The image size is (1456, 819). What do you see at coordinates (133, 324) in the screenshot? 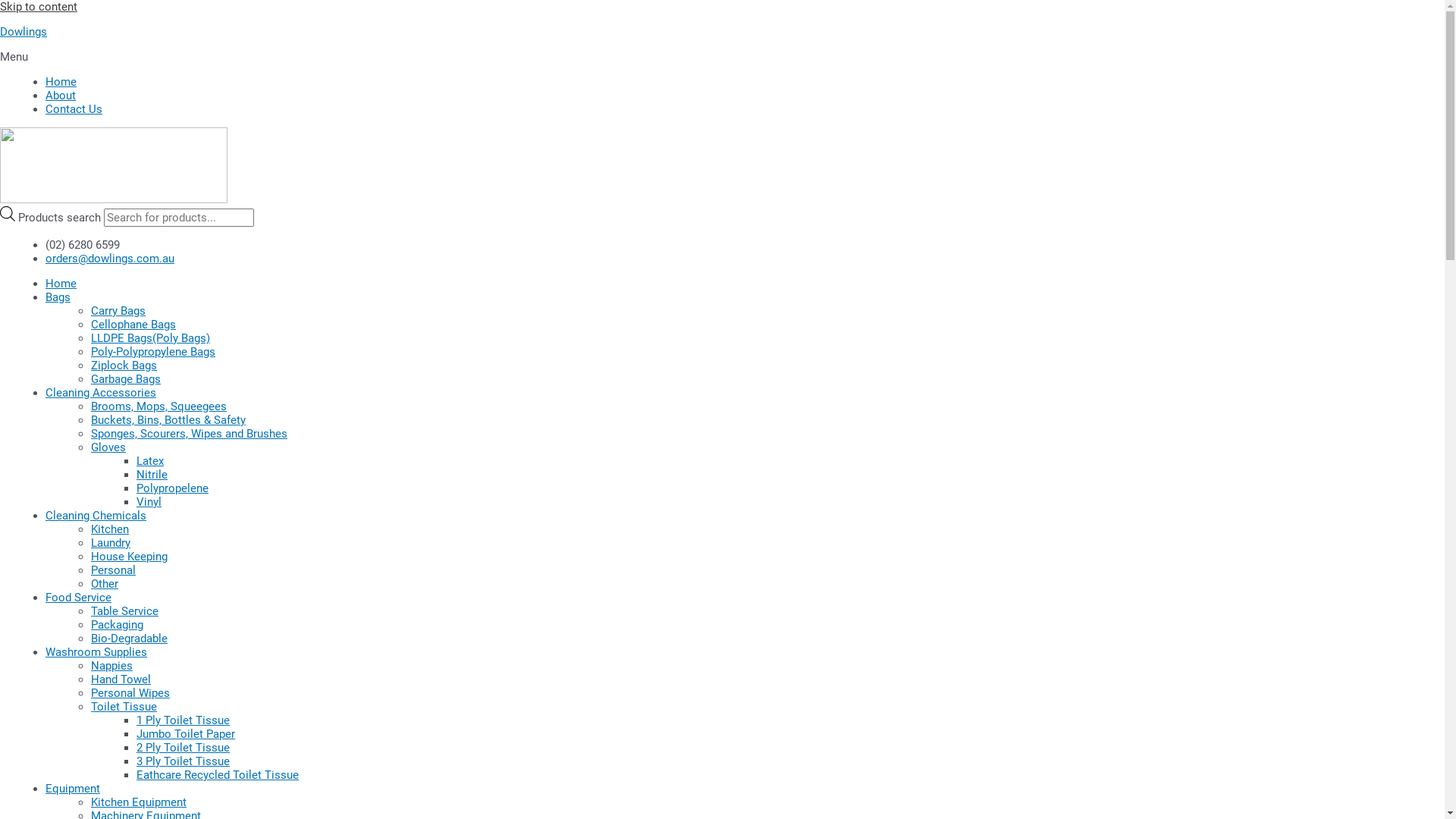
I see `'Cellophane Bags'` at bounding box center [133, 324].